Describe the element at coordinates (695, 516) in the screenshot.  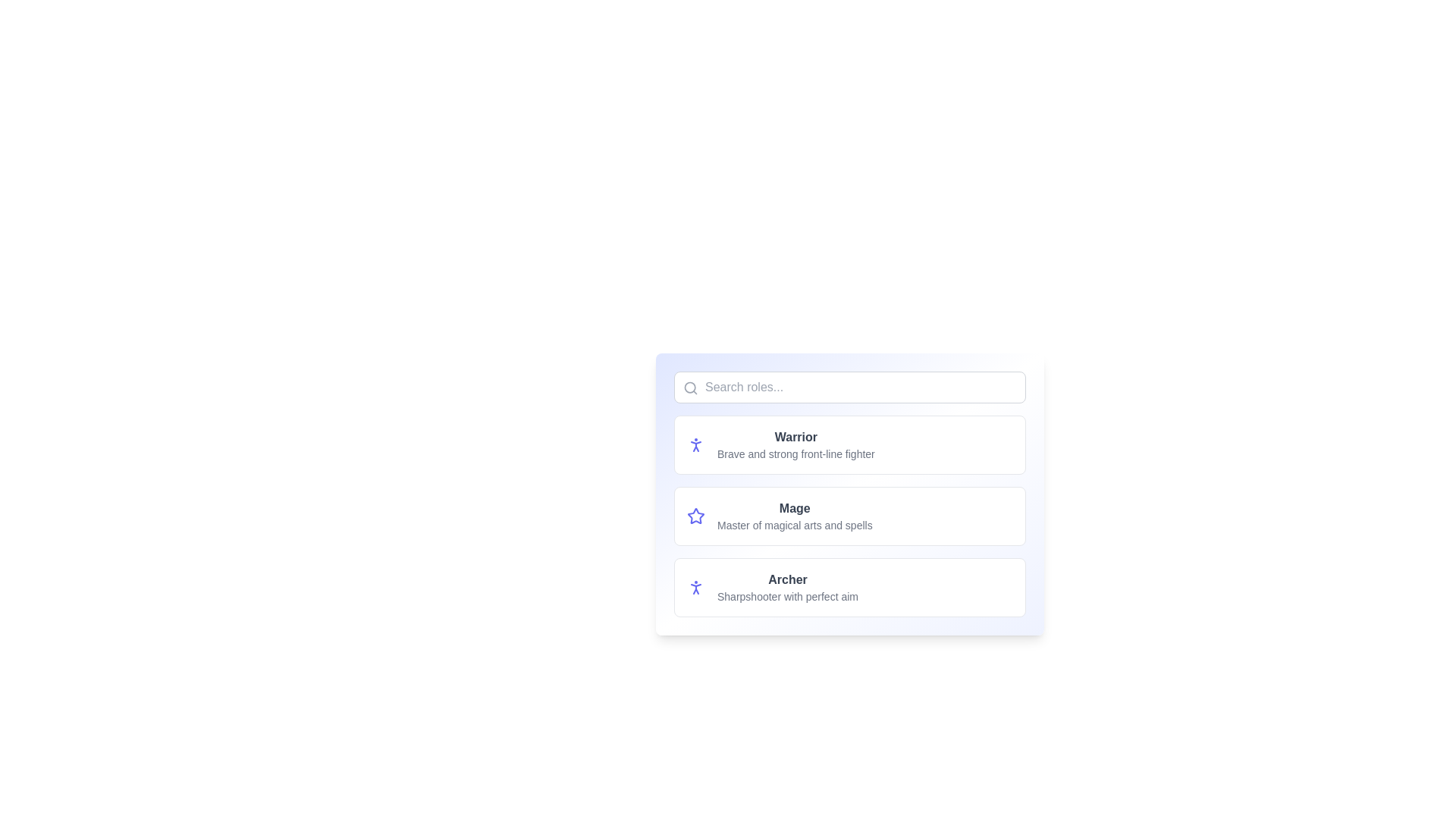
I see `the blue outlined star-shaped icon representing the 'Mage' role, which is positioned to the left of the text block describing 'Mage: Master of magical arts and spells.'` at that location.